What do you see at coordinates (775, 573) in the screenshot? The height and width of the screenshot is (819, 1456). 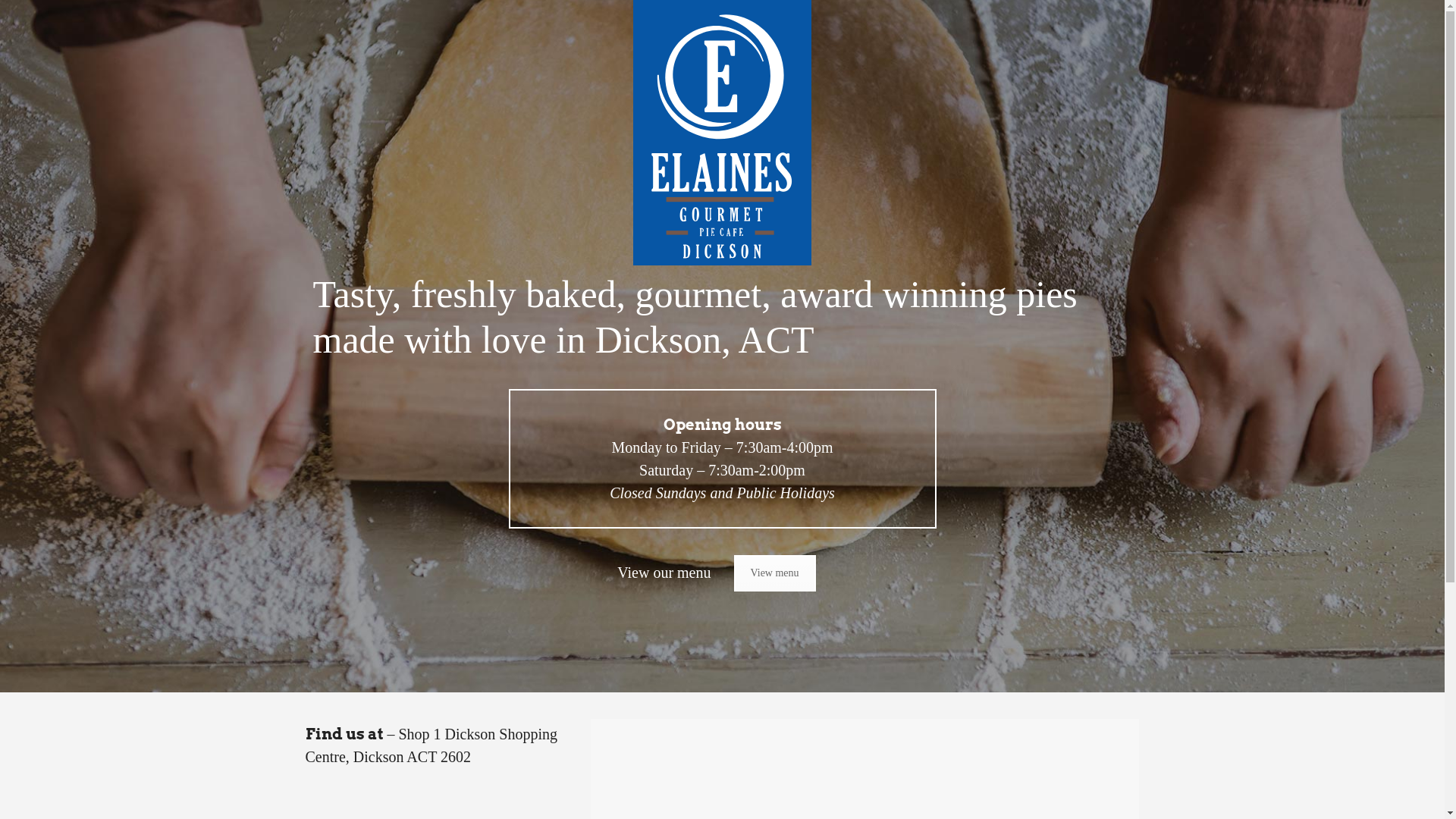 I see `'View menu'` at bounding box center [775, 573].